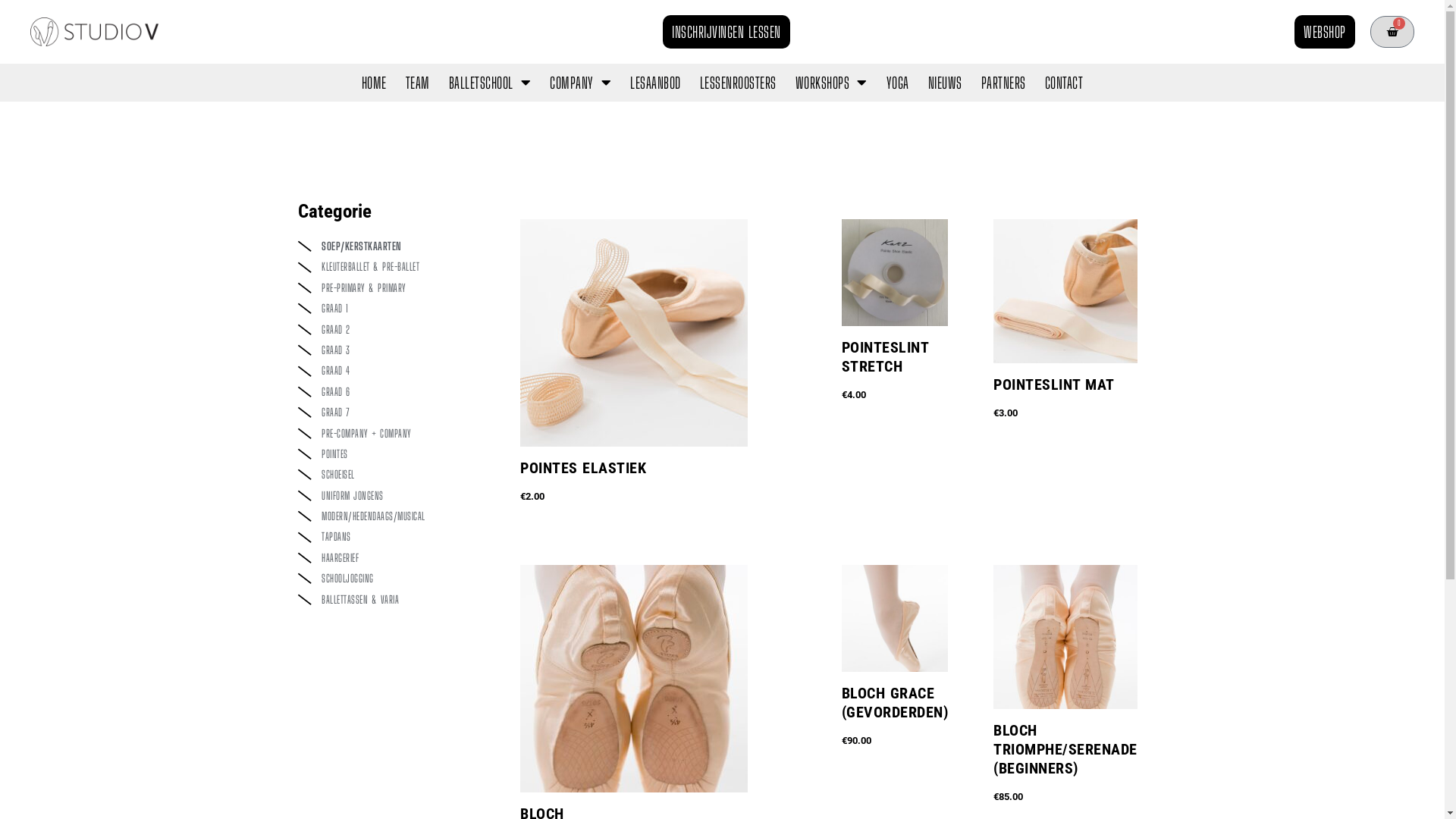 Image resolution: width=1456 pixels, height=819 pixels. I want to click on 'PRE-COMPANY + COMPANY', so click(393, 433).